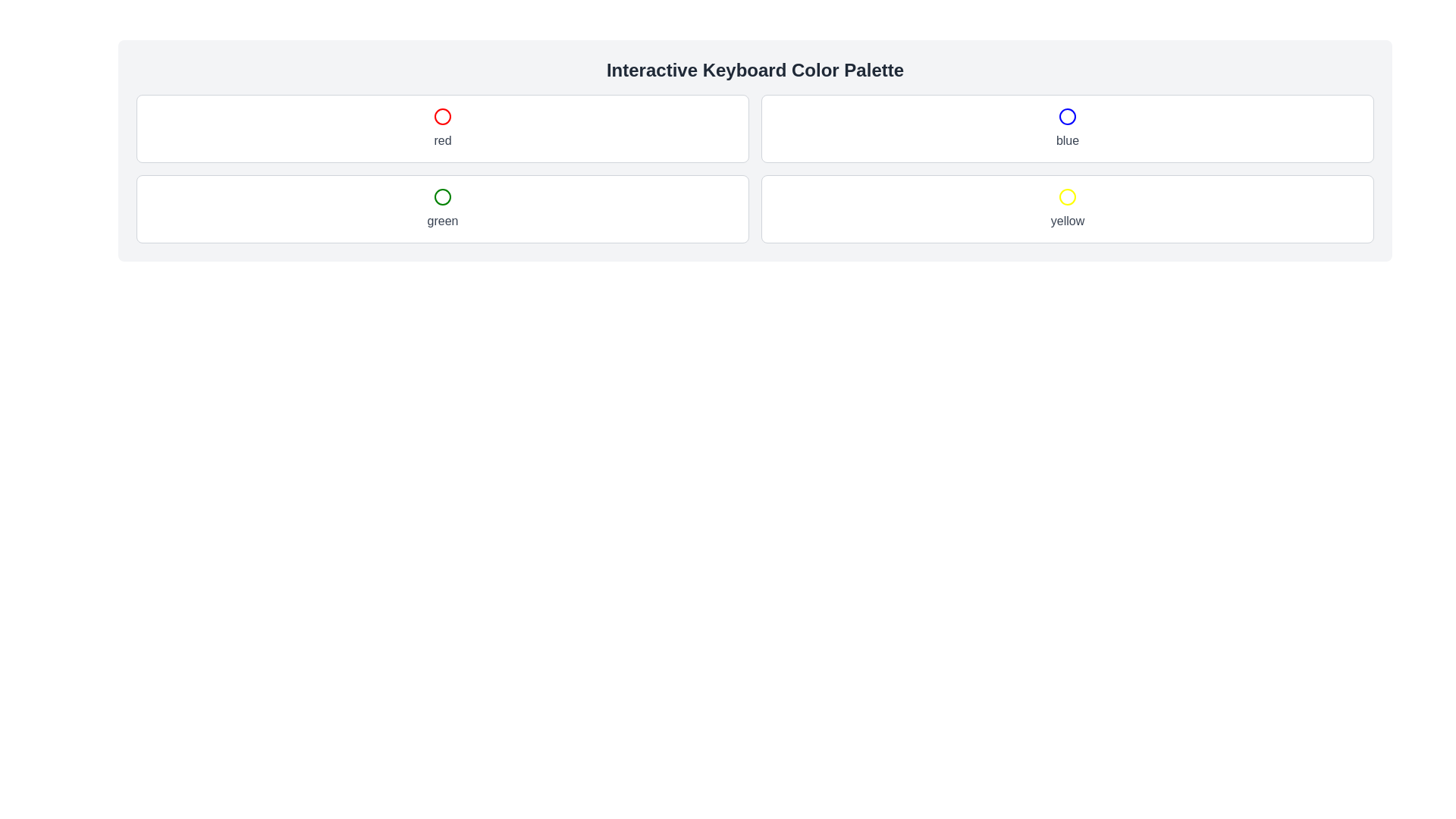  Describe the element at coordinates (1066, 116) in the screenshot. I see `the blue circle SVG icon located in the top-right cell of a 2x2 grid layout, which is aligned above the corresponding text label` at that location.